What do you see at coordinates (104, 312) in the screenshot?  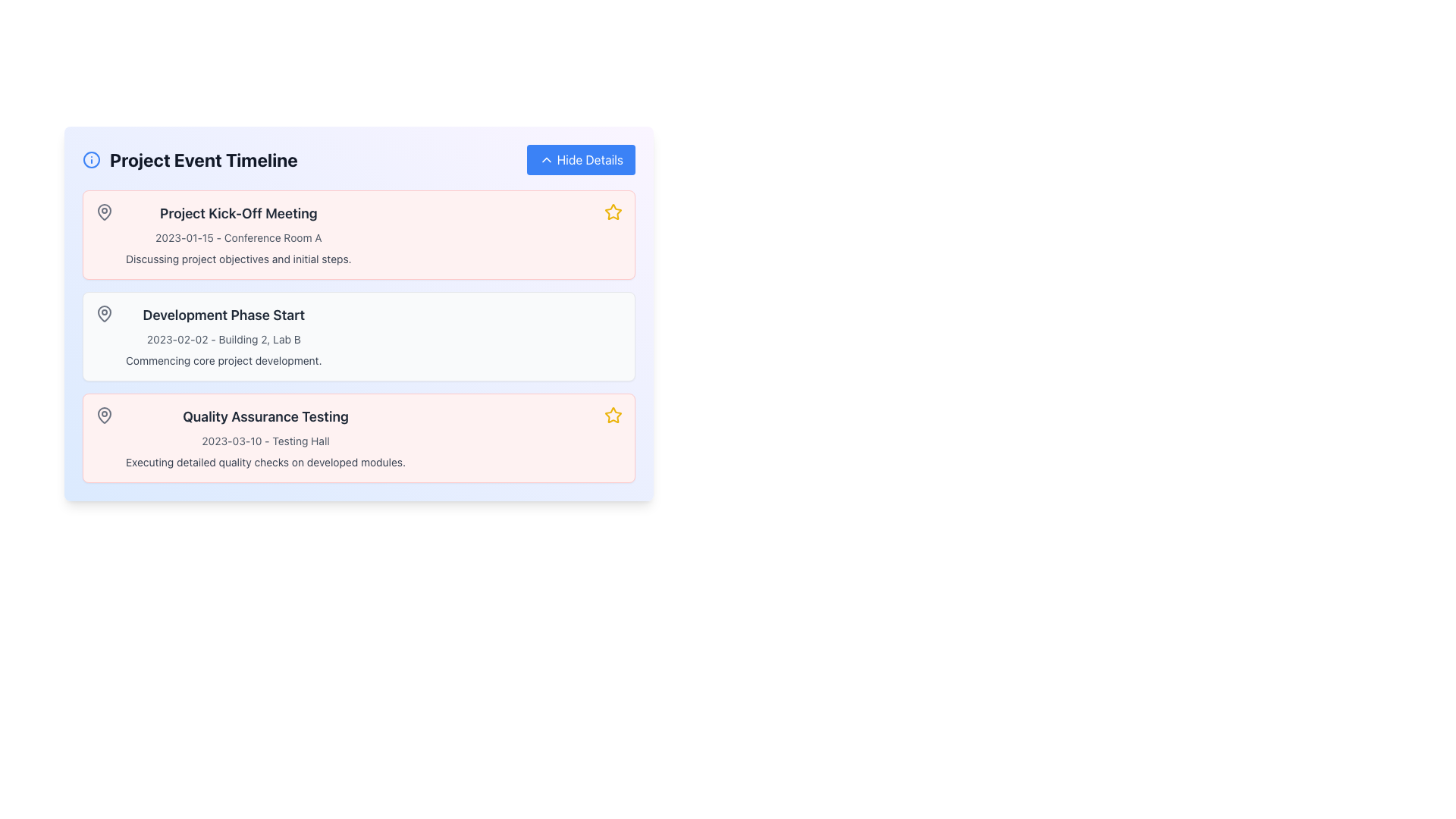 I see `the map pin icon that visually depicts the association of the event 'Development Phase Start', located to the left of the second event item in the list` at bounding box center [104, 312].